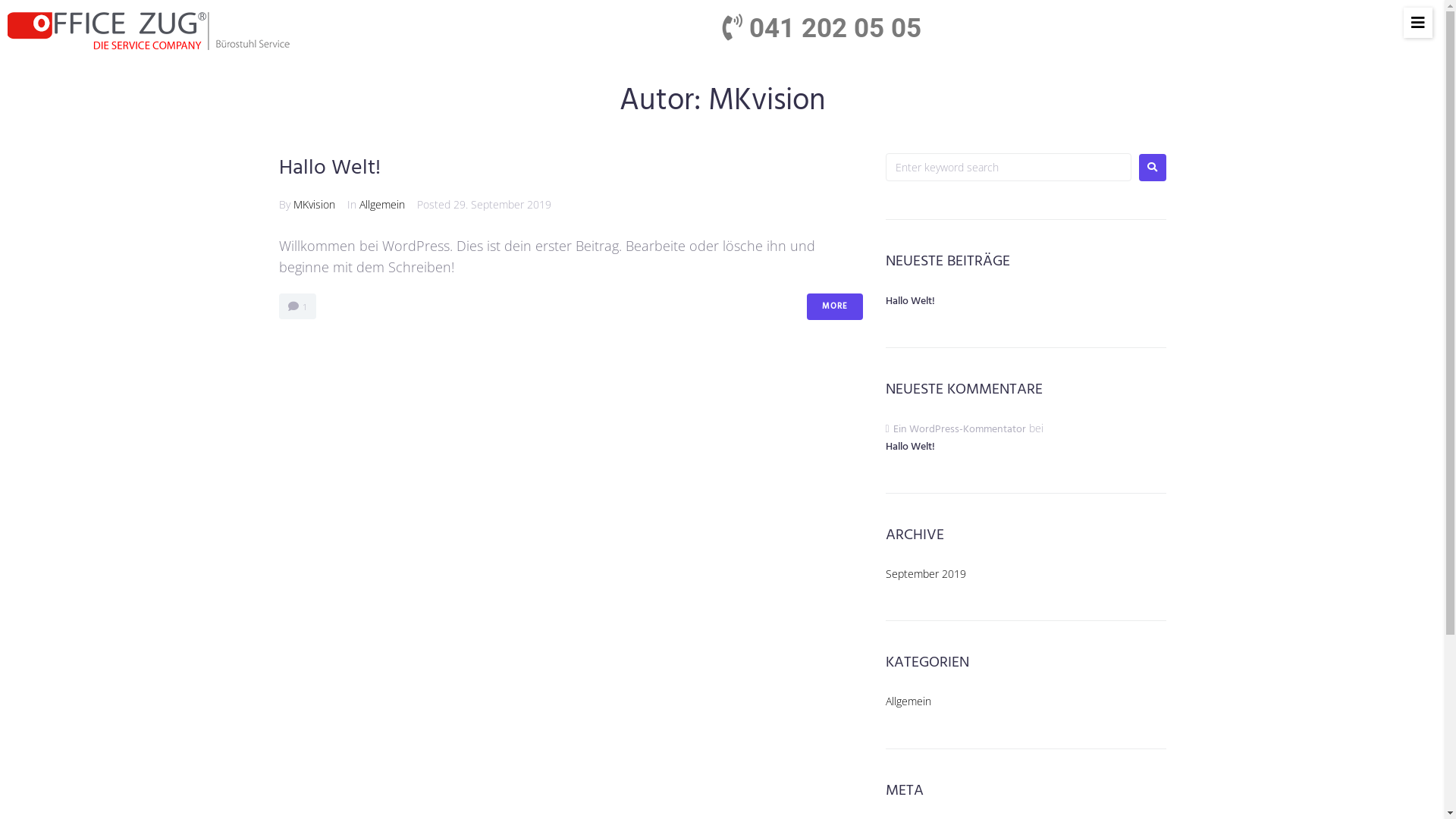 This screenshot has height=819, width=1456. I want to click on 'Ein WordPress-Kommentator', so click(959, 429).